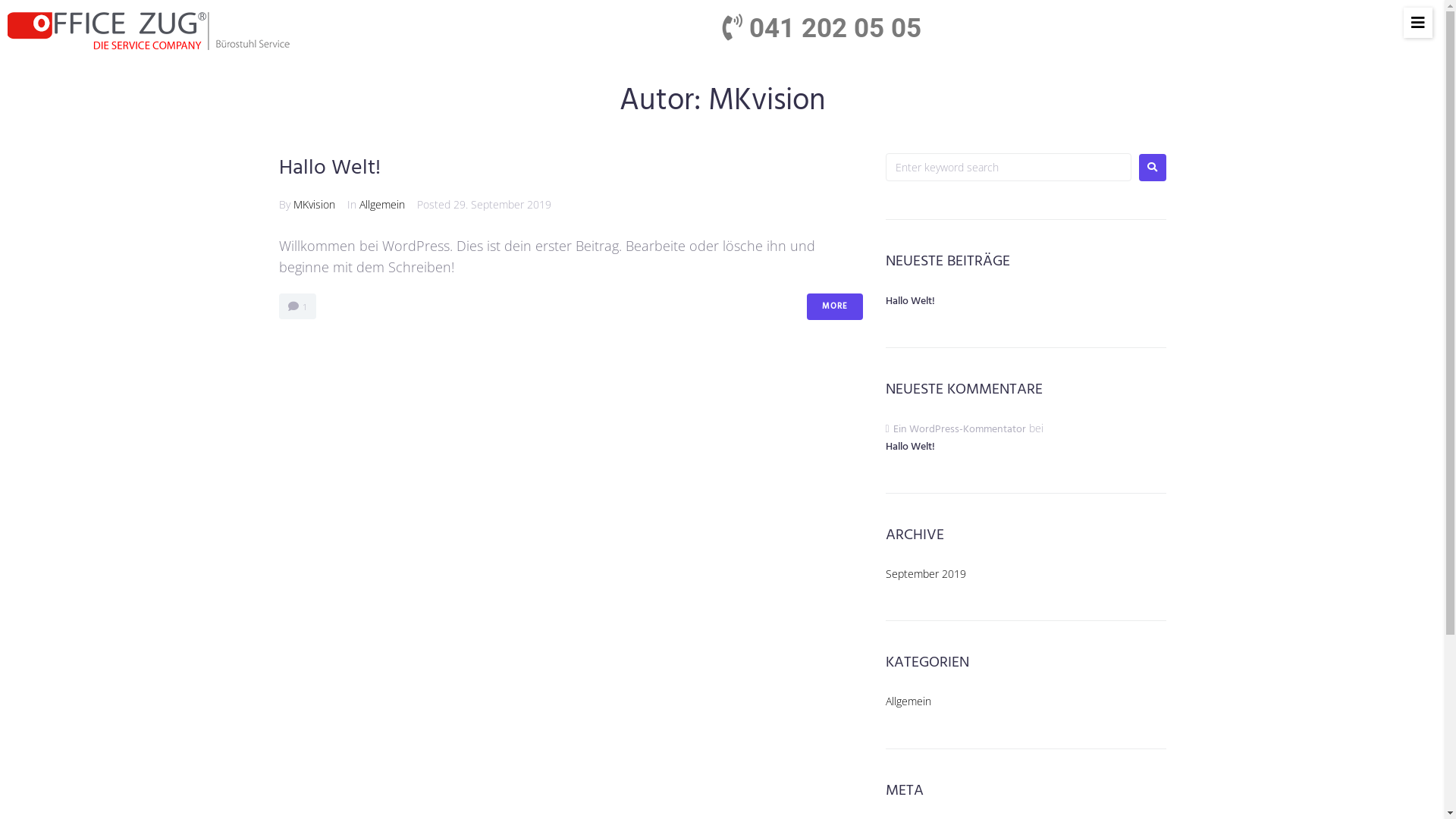 This screenshot has height=819, width=1456. I want to click on 'Ein WordPress-Kommentator', so click(959, 429).